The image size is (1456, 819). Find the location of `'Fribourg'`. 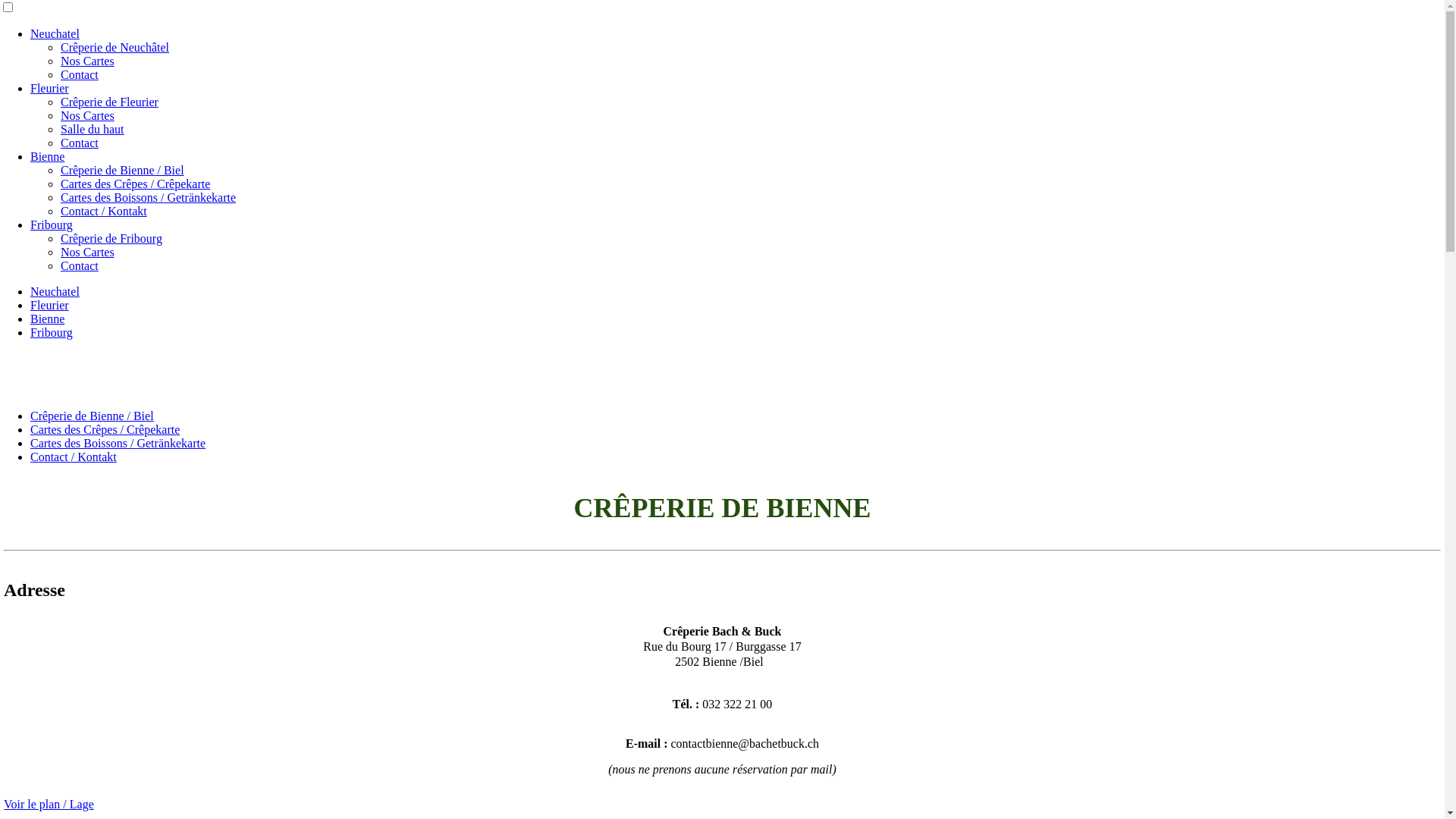

'Fribourg' is located at coordinates (30, 224).